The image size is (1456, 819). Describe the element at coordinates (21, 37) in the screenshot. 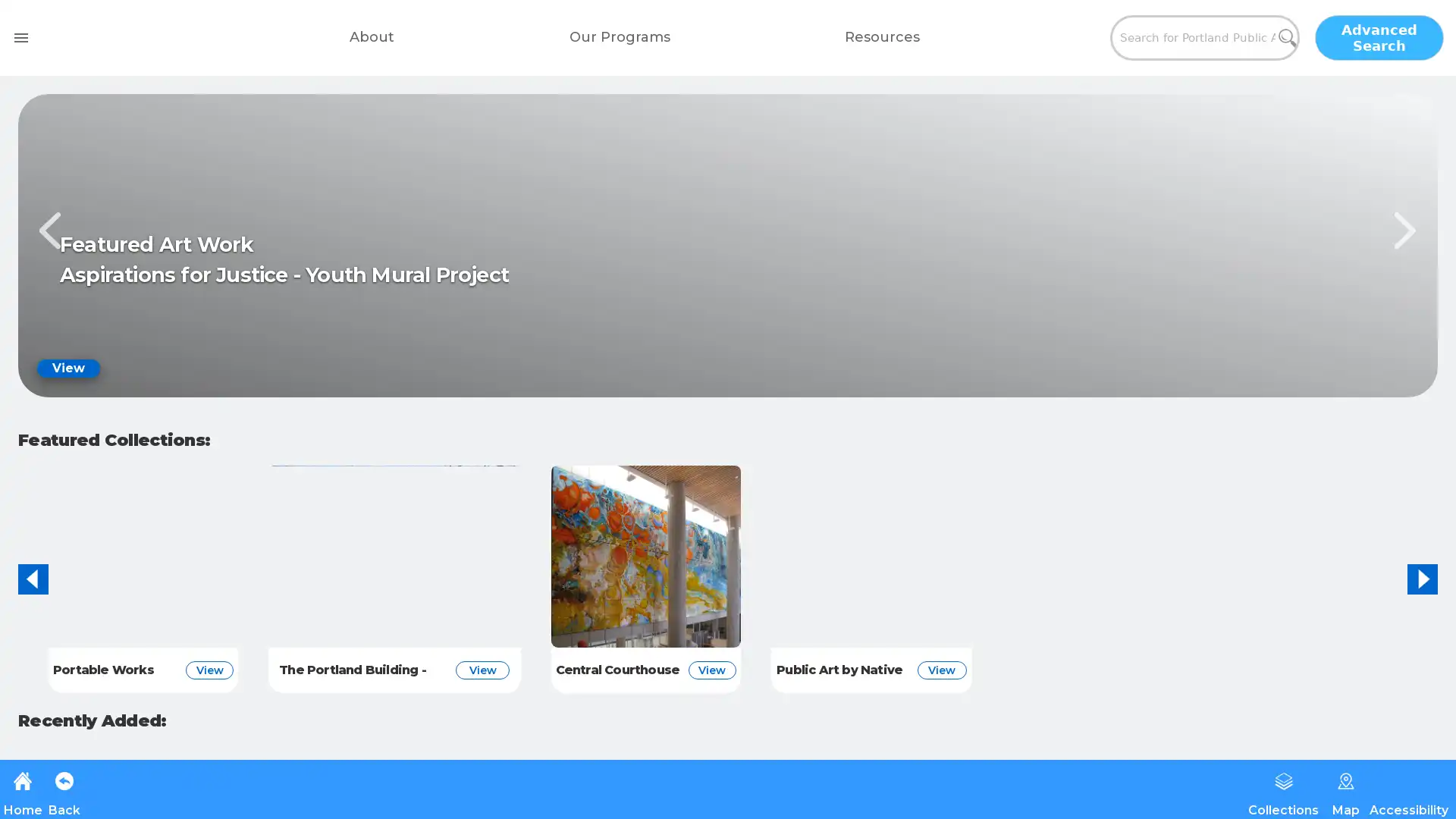

I see `open drawer` at that location.